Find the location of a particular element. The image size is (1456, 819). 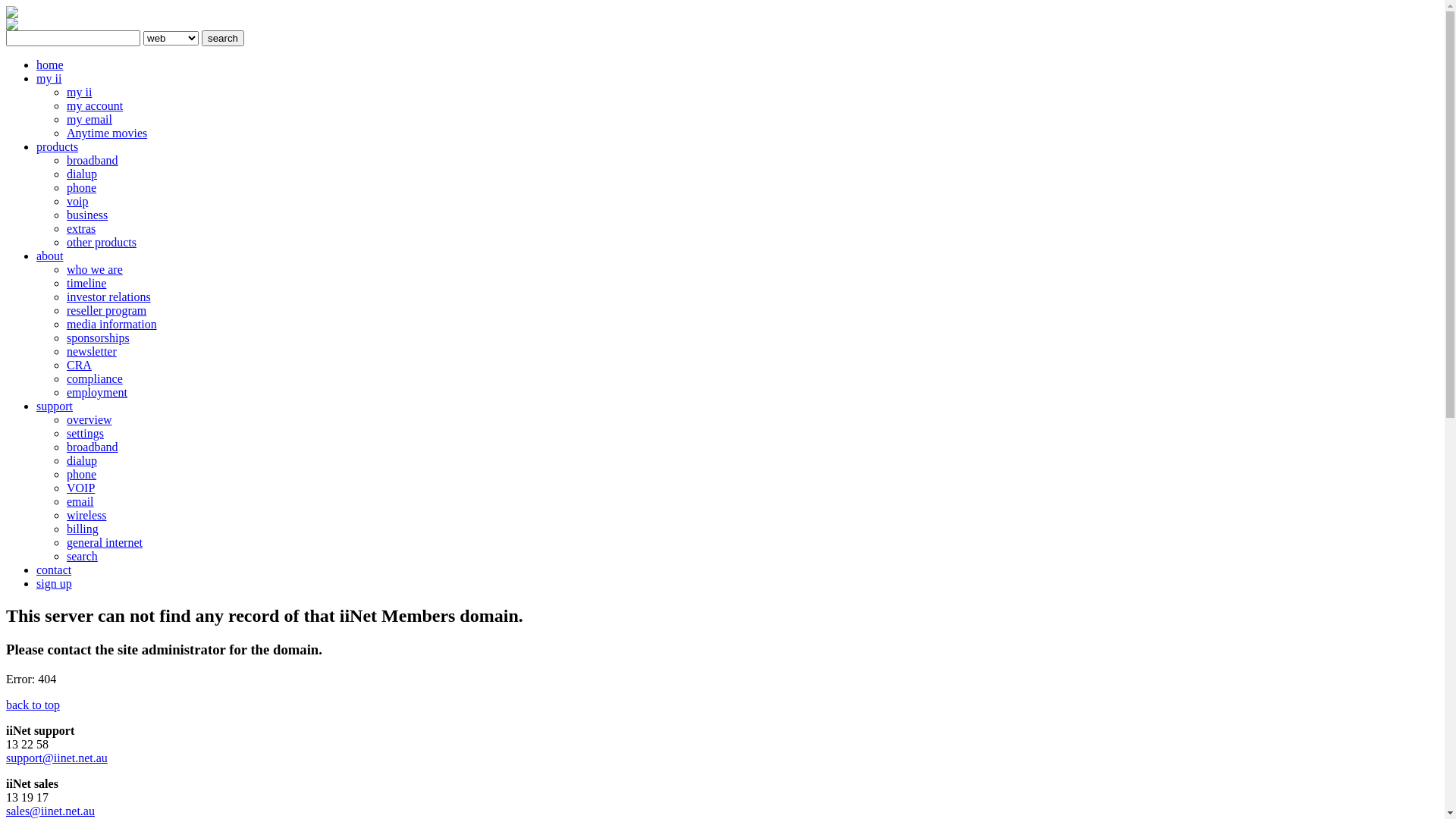

'home' is located at coordinates (36, 64).